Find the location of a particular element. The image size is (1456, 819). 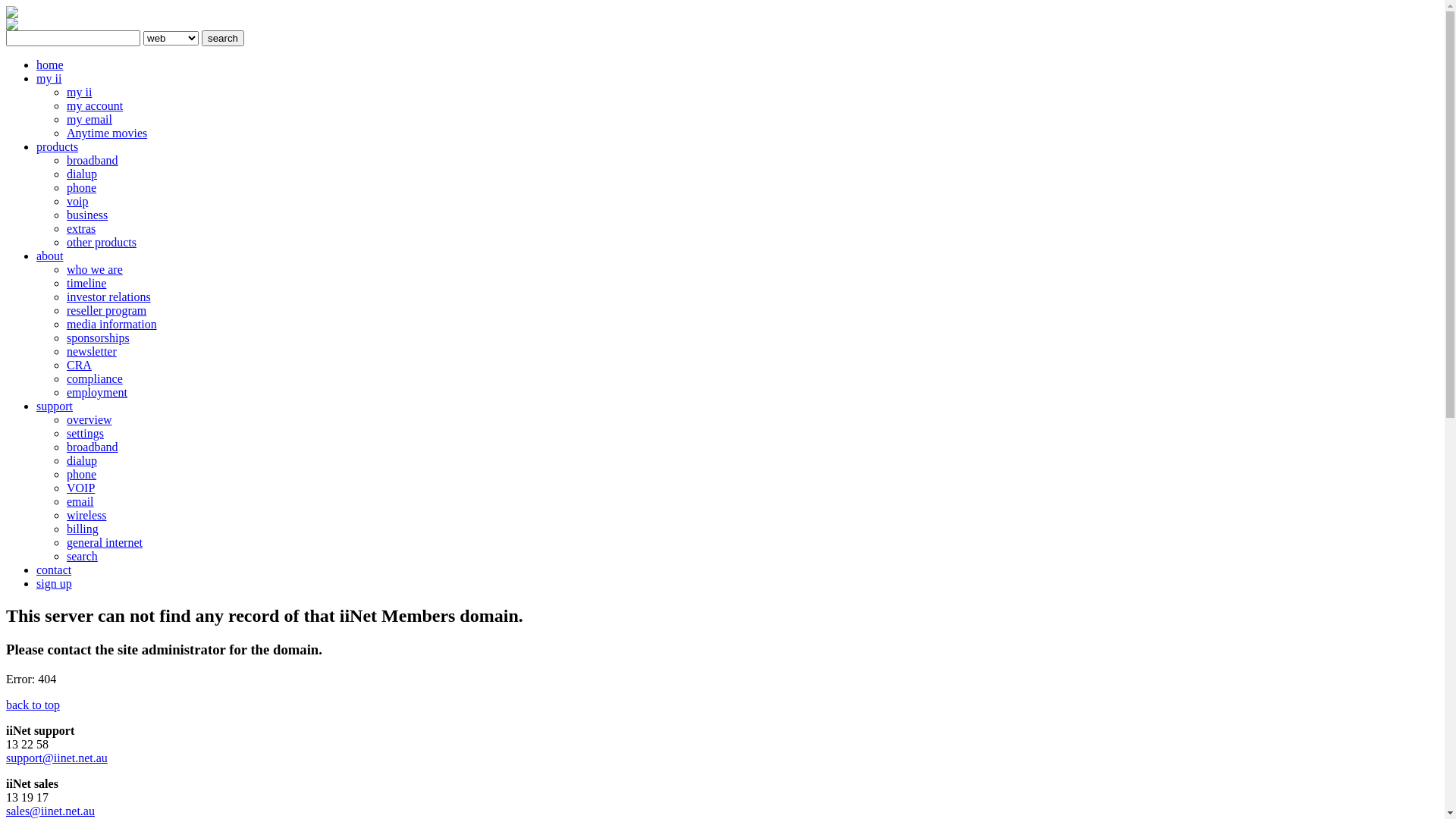

'home' is located at coordinates (36, 64).